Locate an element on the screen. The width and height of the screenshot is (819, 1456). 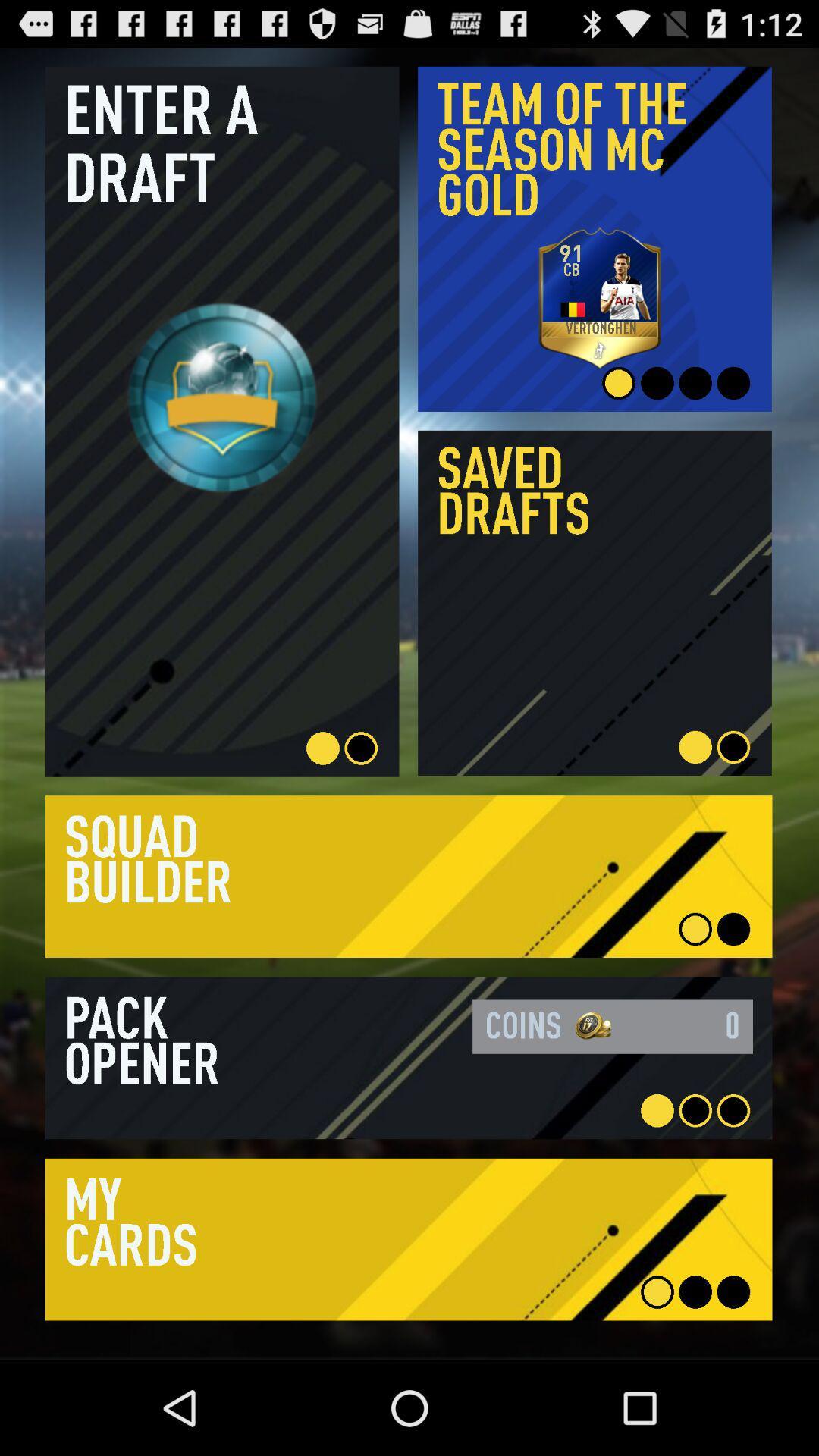
click the saved drafts box is located at coordinates (594, 602).